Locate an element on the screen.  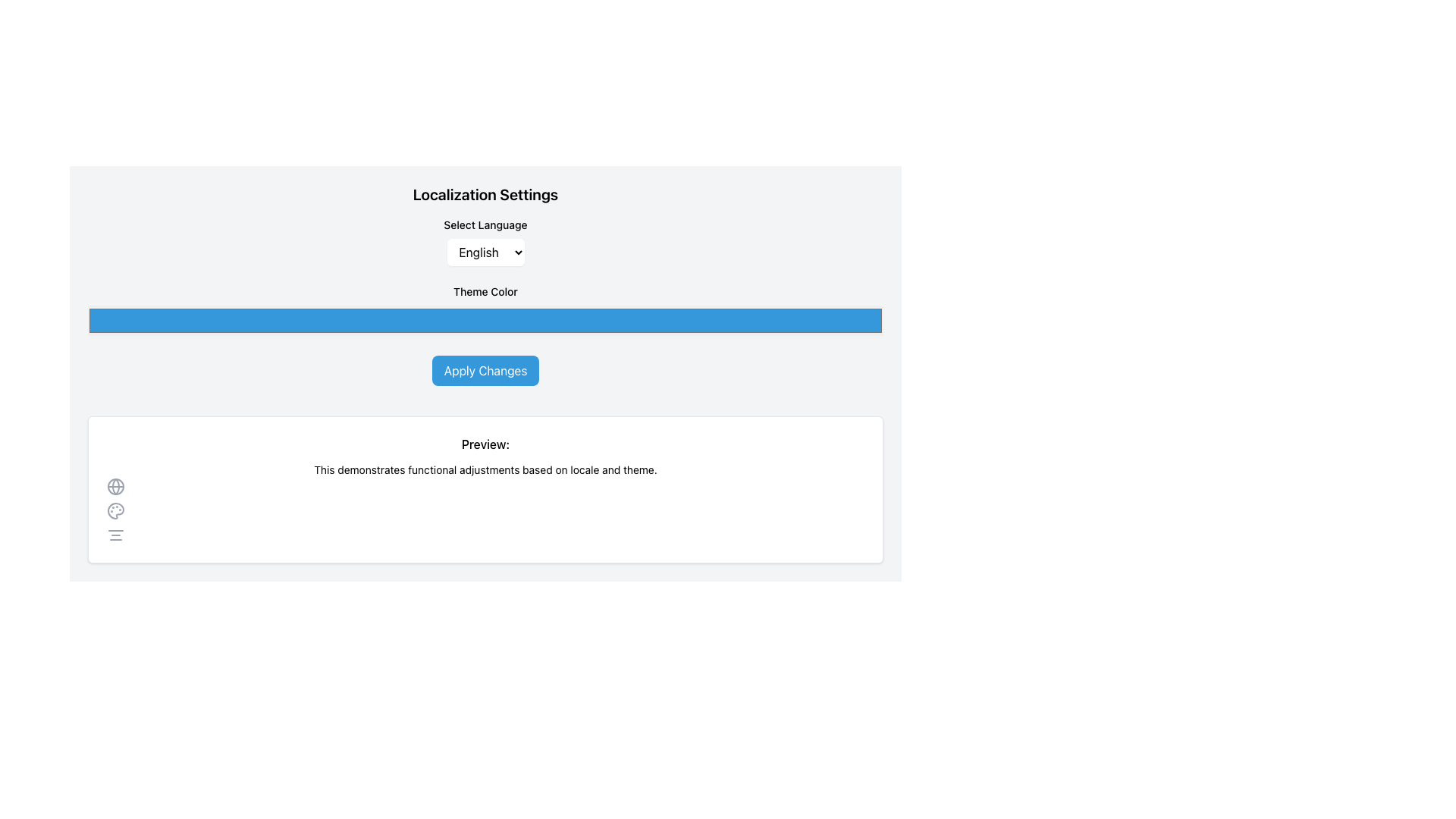
the 'Preview:' text label, which is styled in medium-weight bold font and positioned at the top of a white pane, centered above descriptive text is located at coordinates (485, 444).